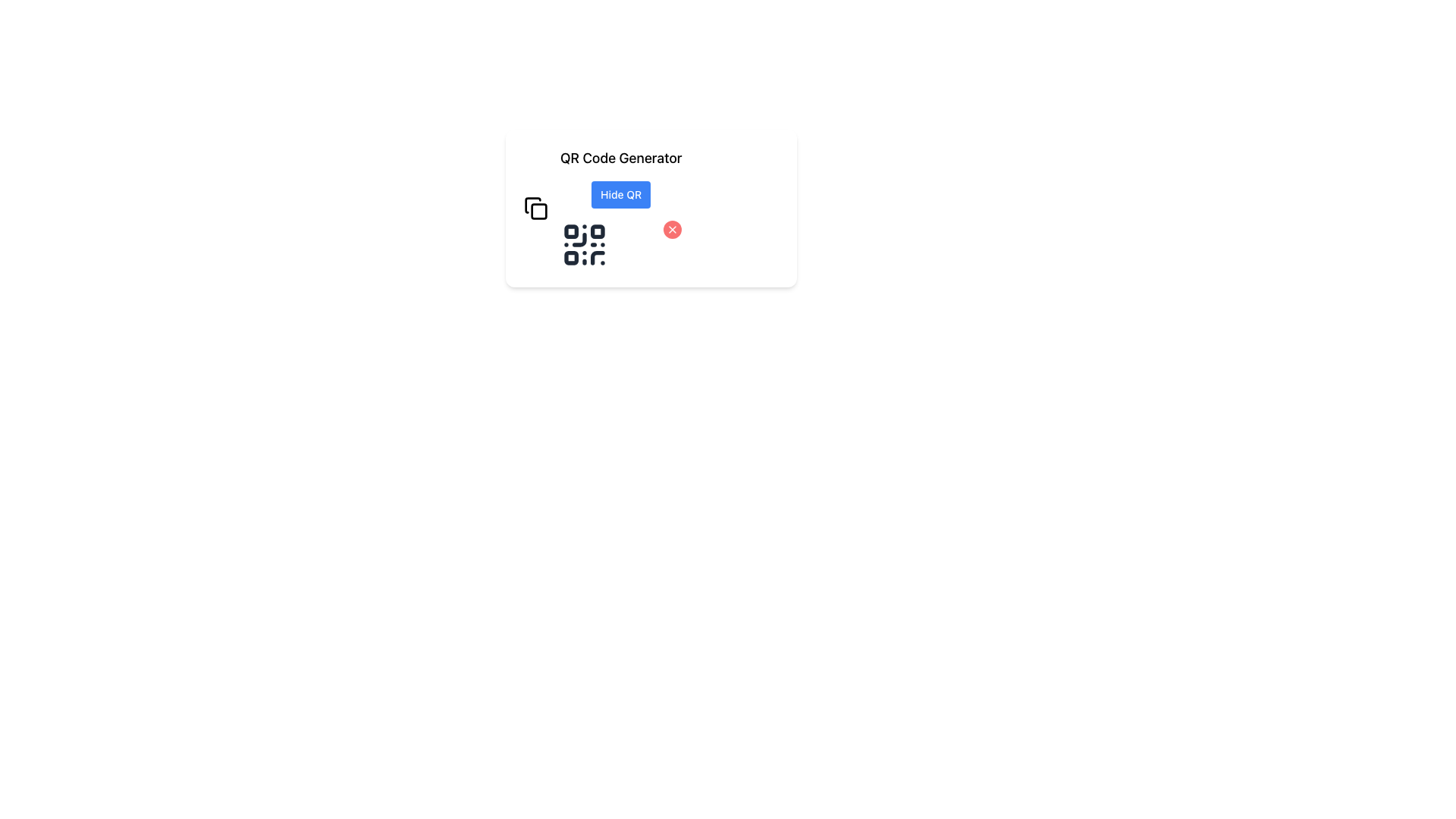  Describe the element at coordinates (597, 257) in the screenshot. I see `the Icon fragment located in the lower-right quadrant of the QR code-like design, characterized by a curved line indicating a stylized corner` at that location.